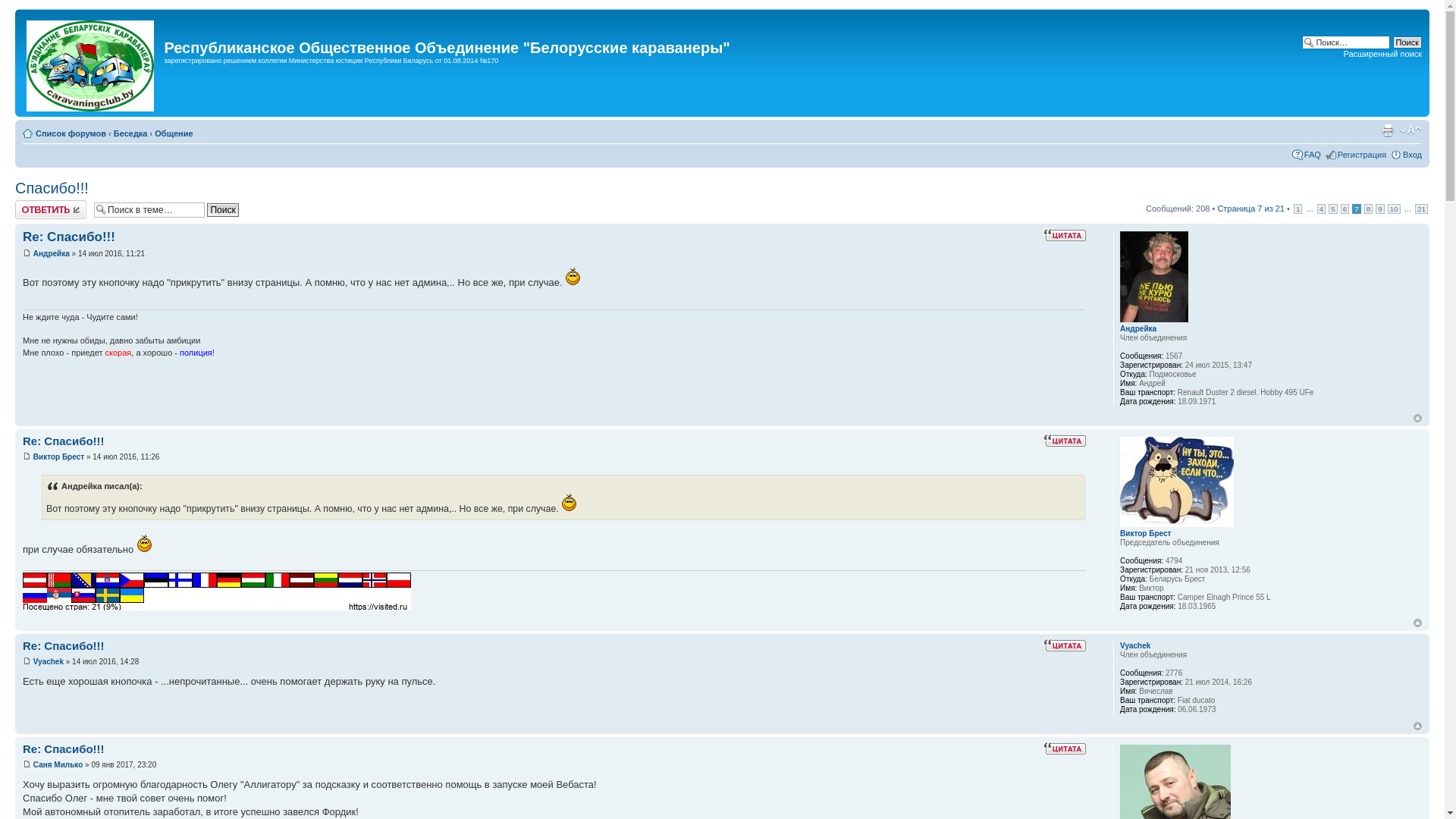 The height and width of the screenshot is (819, 1456). Describe the element at coordinates (1376, 209) in the screenshot. I see `'9'` at that location.